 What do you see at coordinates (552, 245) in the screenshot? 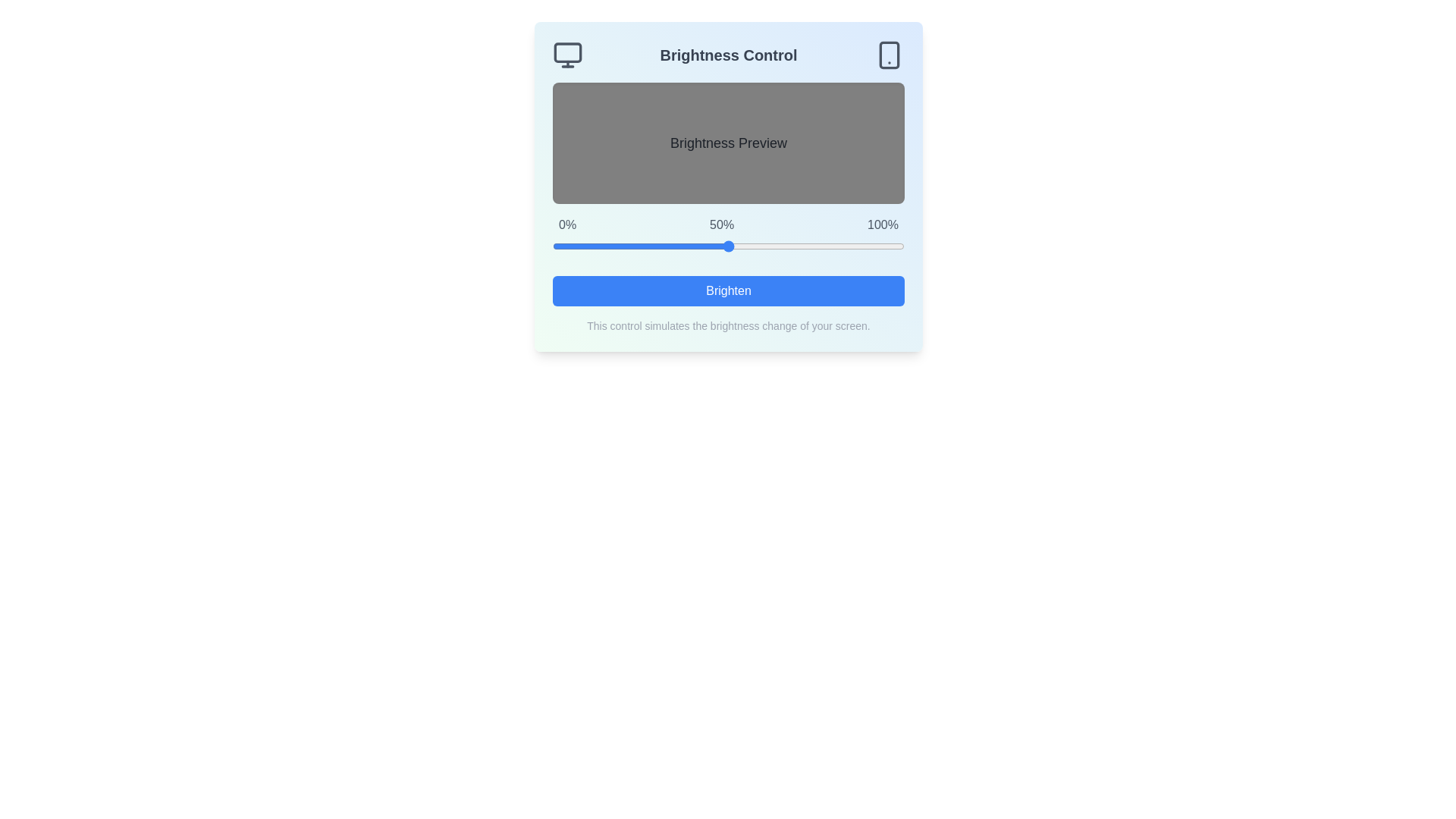
I see `the brightness slider to 0%` at bounding box center [552, 245].